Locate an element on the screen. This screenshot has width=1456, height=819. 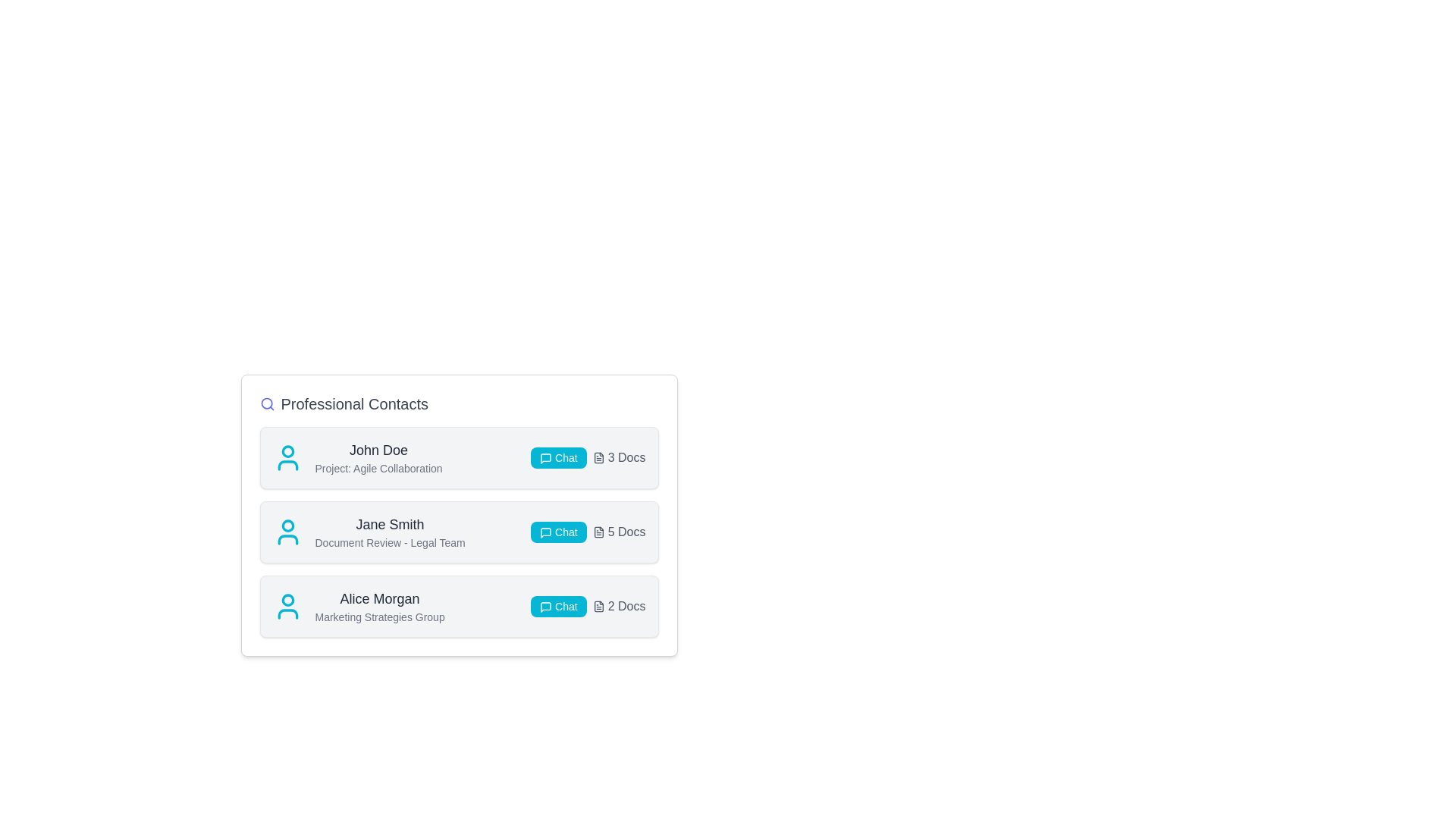
the element John Doe to reveal its tooltip or additional information is located at coordinates (378, 450).